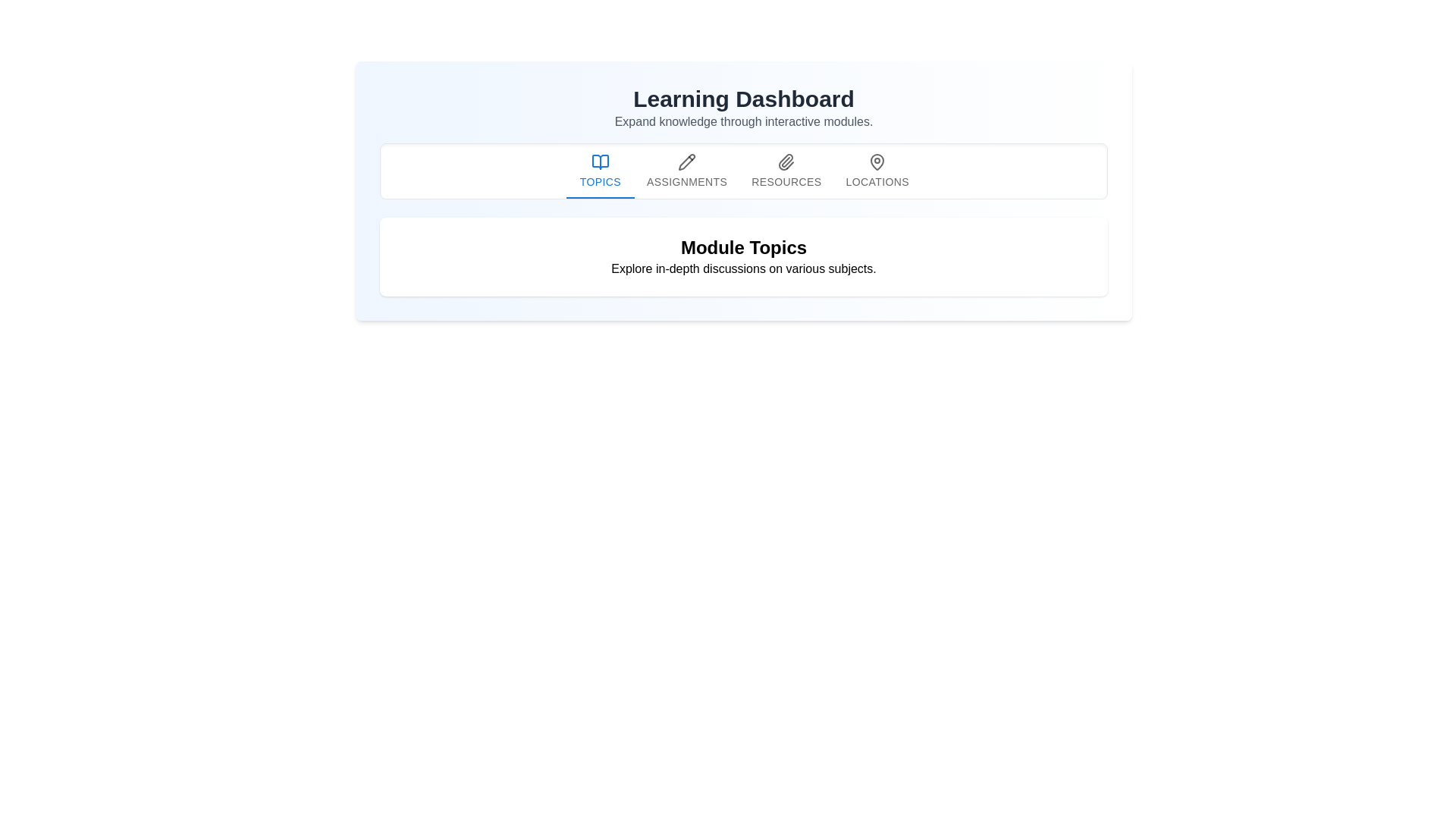 Image resolution: width=1456 pixels, height=819 pixels. I want to click on the Text block that contains the title 'Module Topics' and the description 'Explore in-depth discussions on various subjects.', so click(743, 256).